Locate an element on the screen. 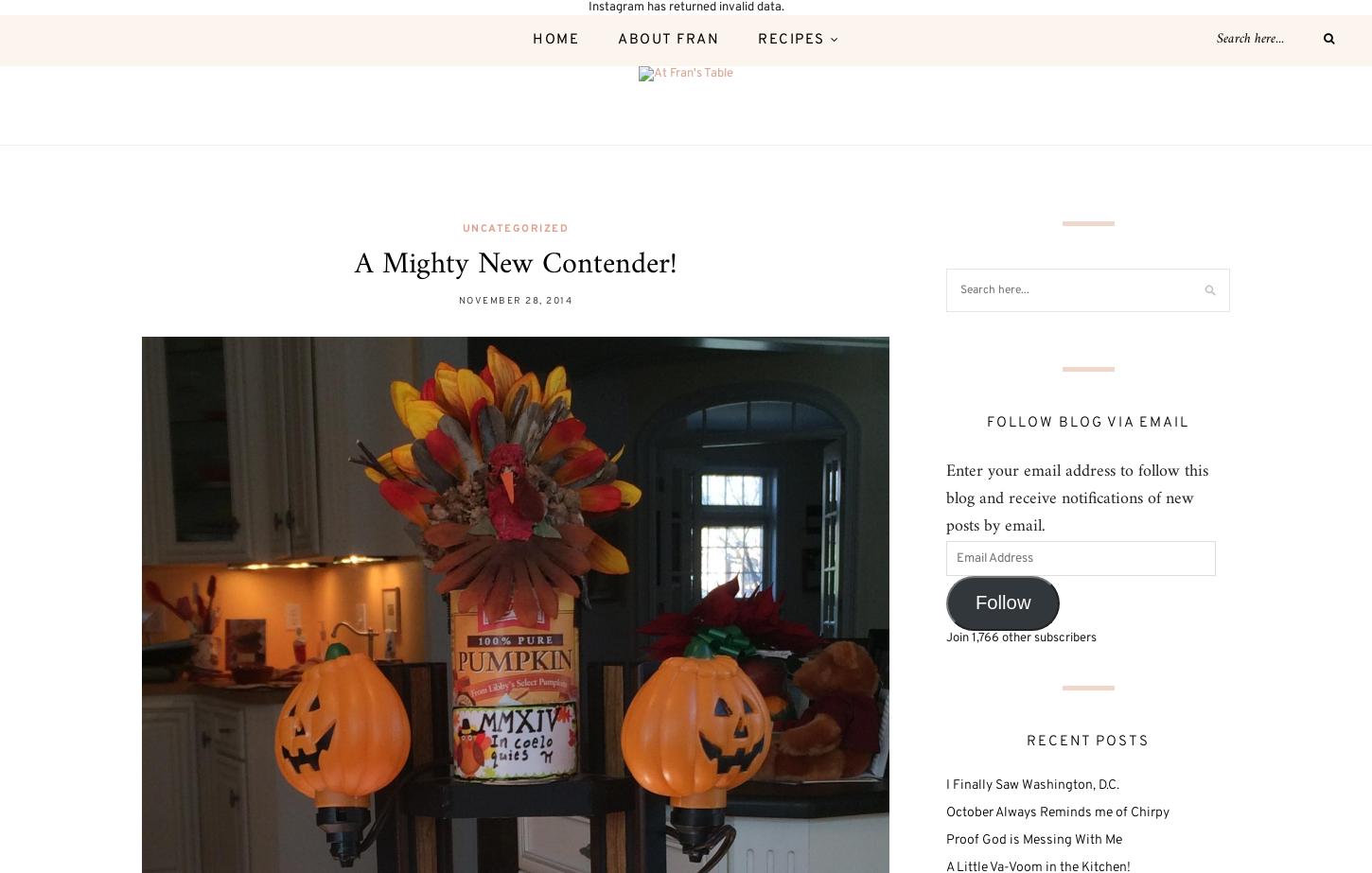  'Instagram has returned invalid data.' is located at coordinates (684, 8).